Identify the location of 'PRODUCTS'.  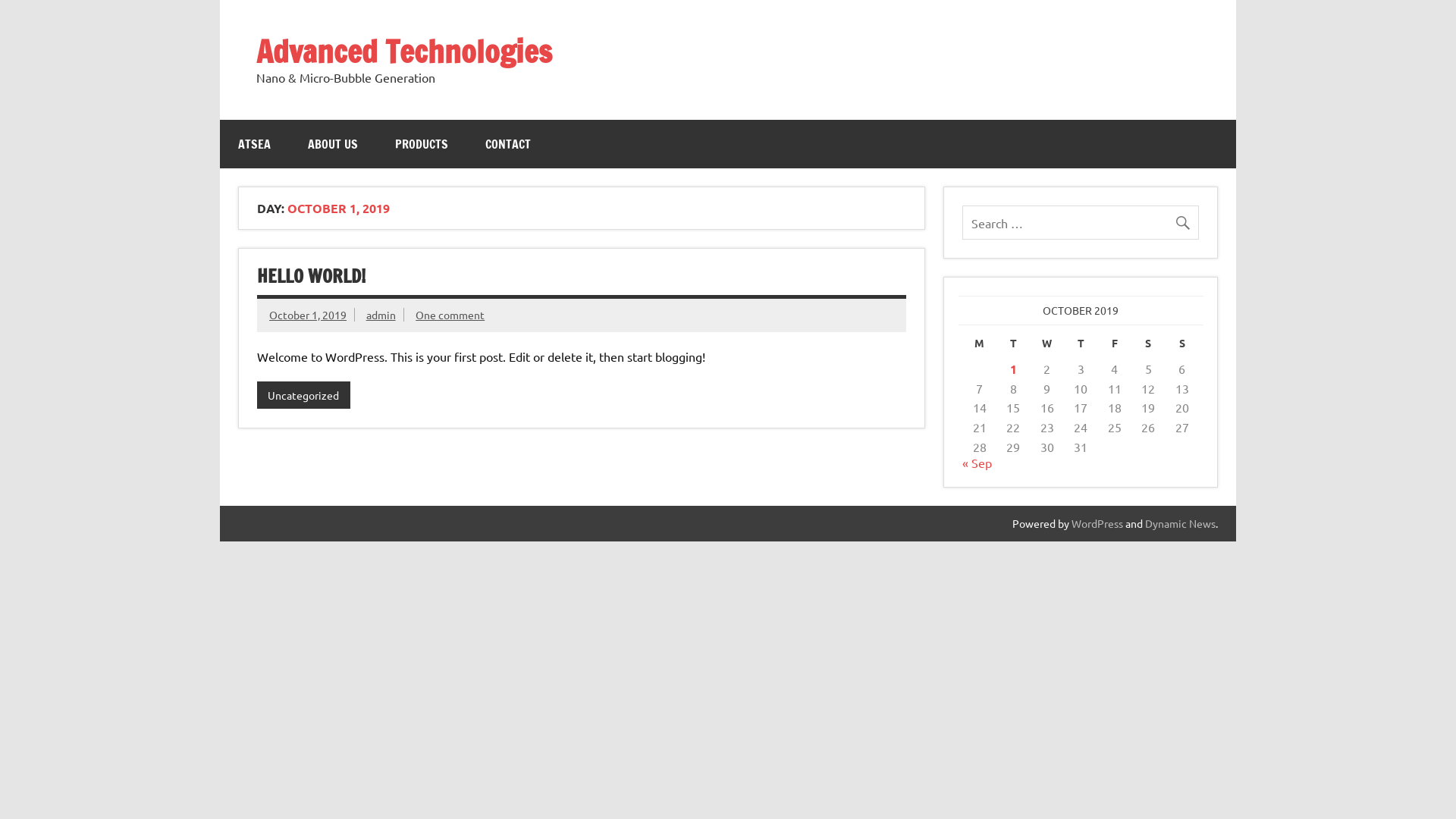
(422, 143).